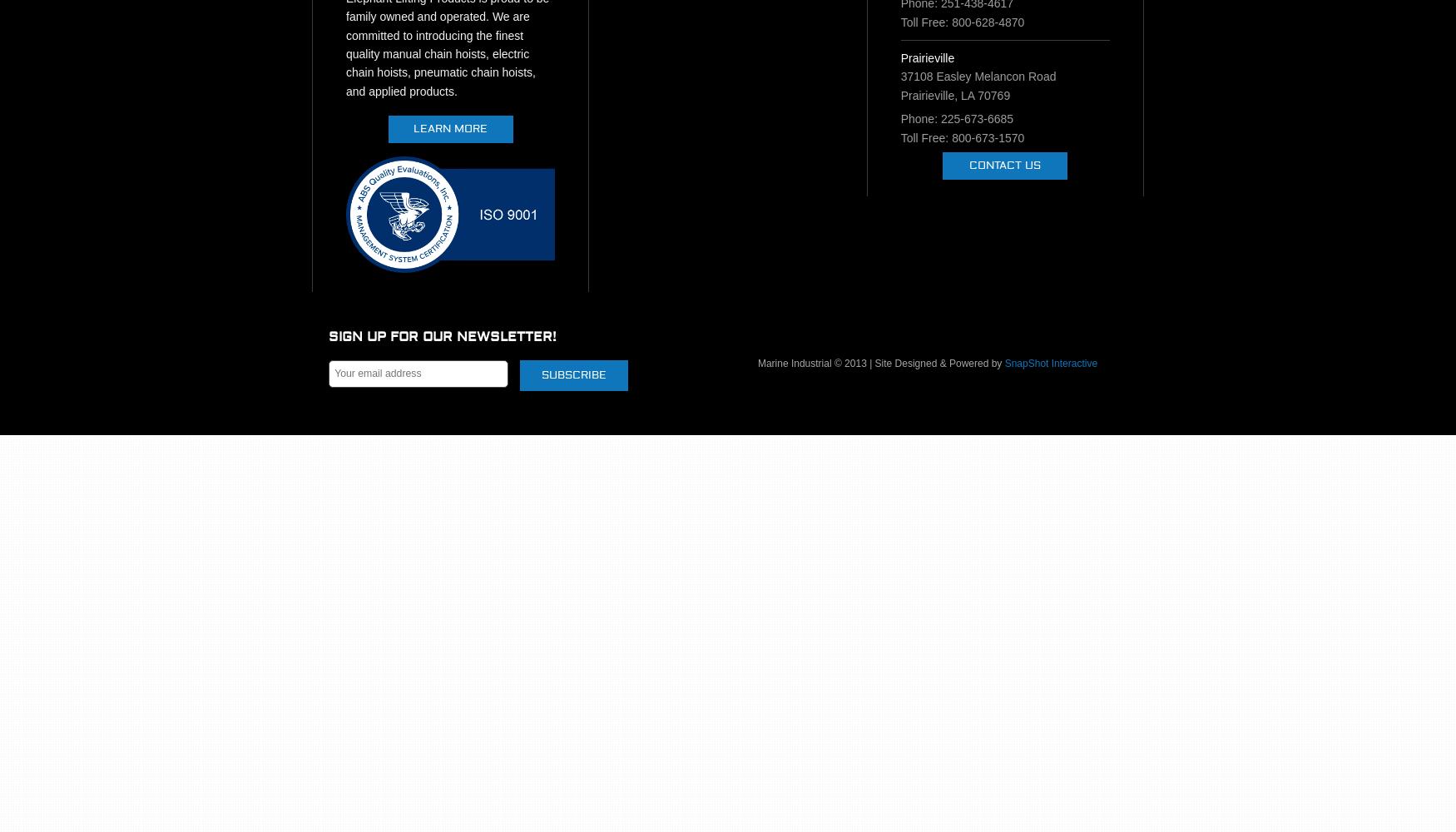 Image resolution: width=1456 pixels, height=832 pixels. Describe the element at coordinates (900, 57) in the screenshot. I see `'Prairieville'` at that location.